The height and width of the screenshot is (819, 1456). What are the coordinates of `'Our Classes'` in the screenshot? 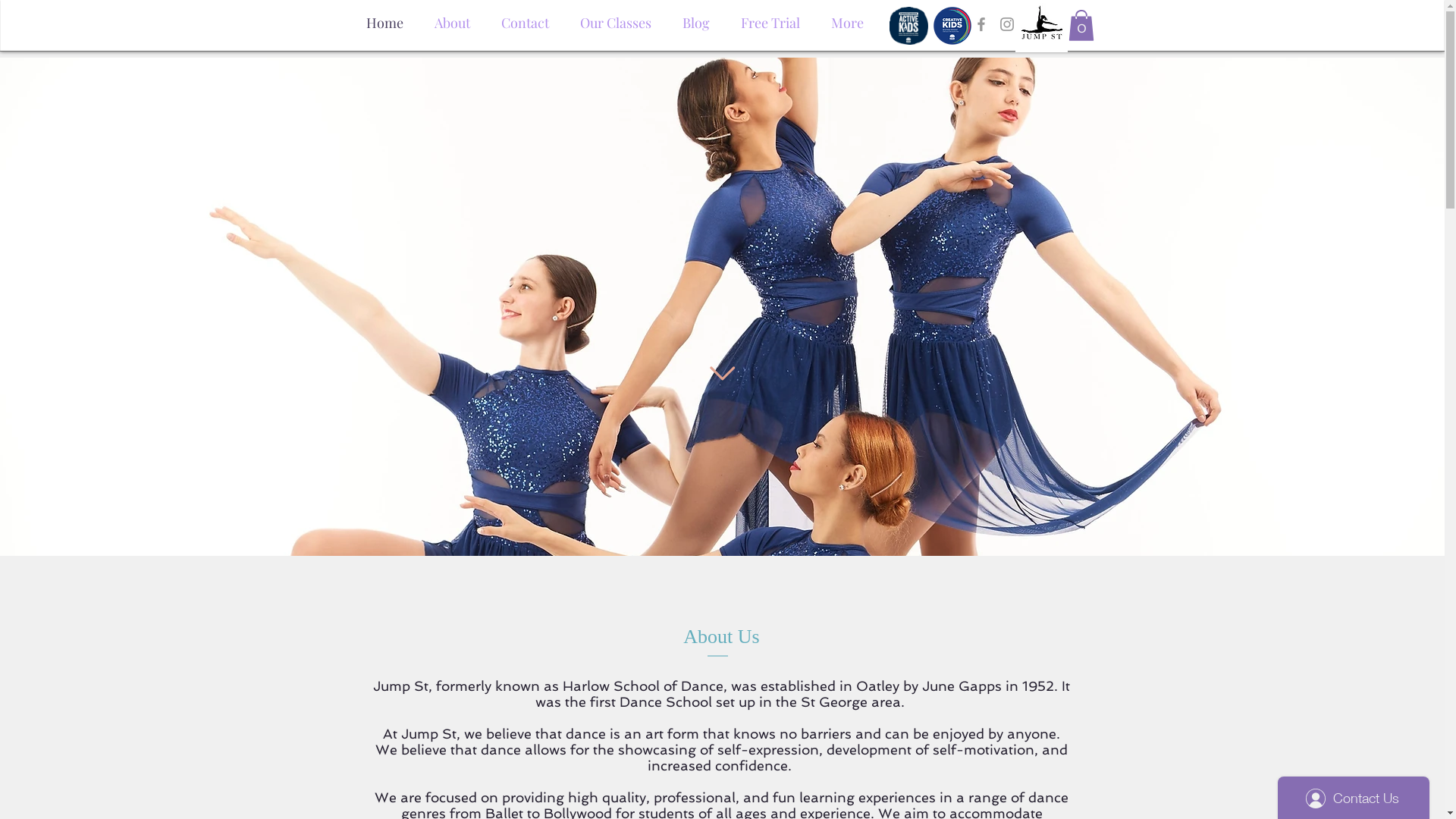 It's located at (615, 18).